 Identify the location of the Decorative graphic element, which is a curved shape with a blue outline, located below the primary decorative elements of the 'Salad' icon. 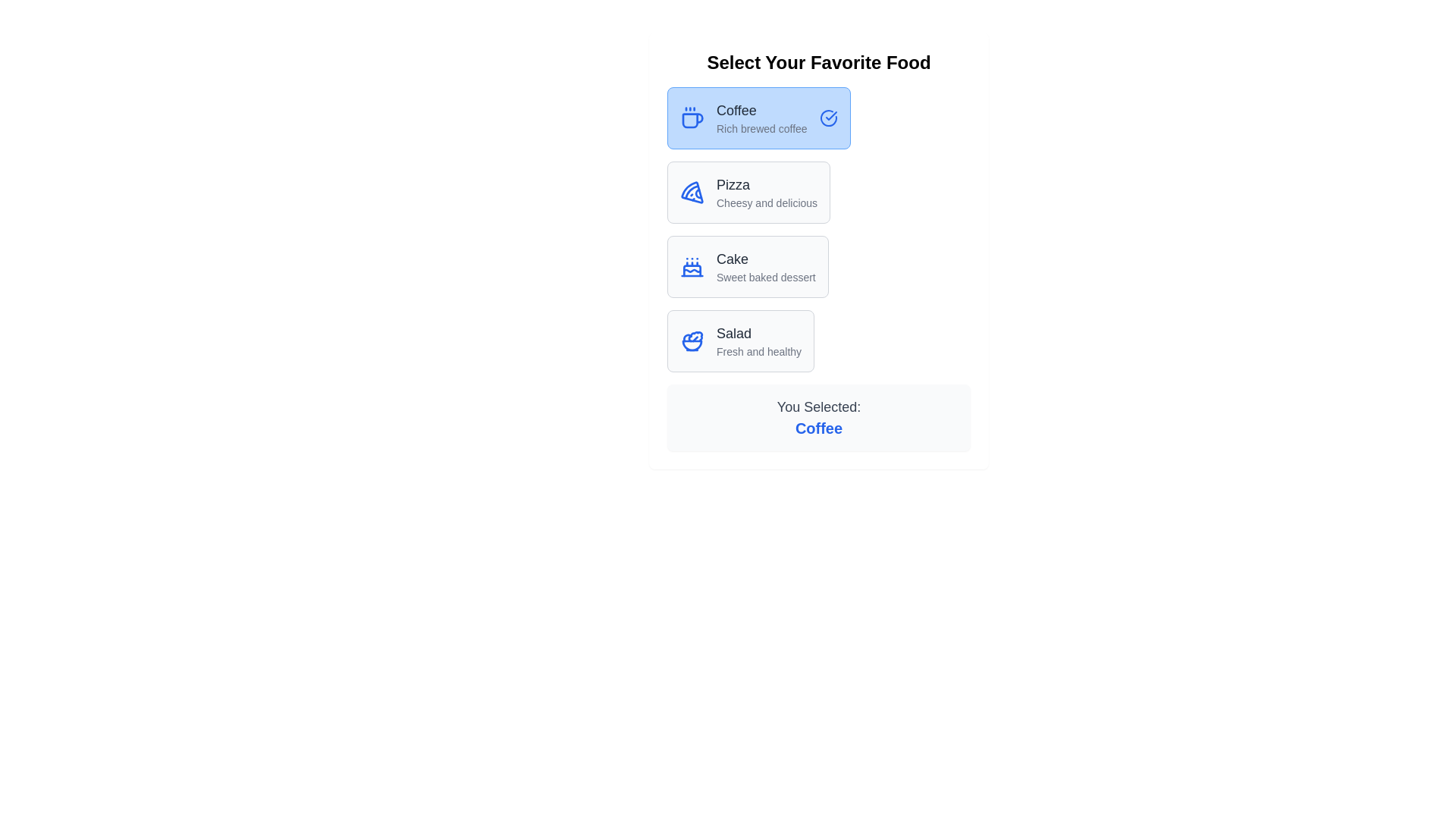
(691, 345).